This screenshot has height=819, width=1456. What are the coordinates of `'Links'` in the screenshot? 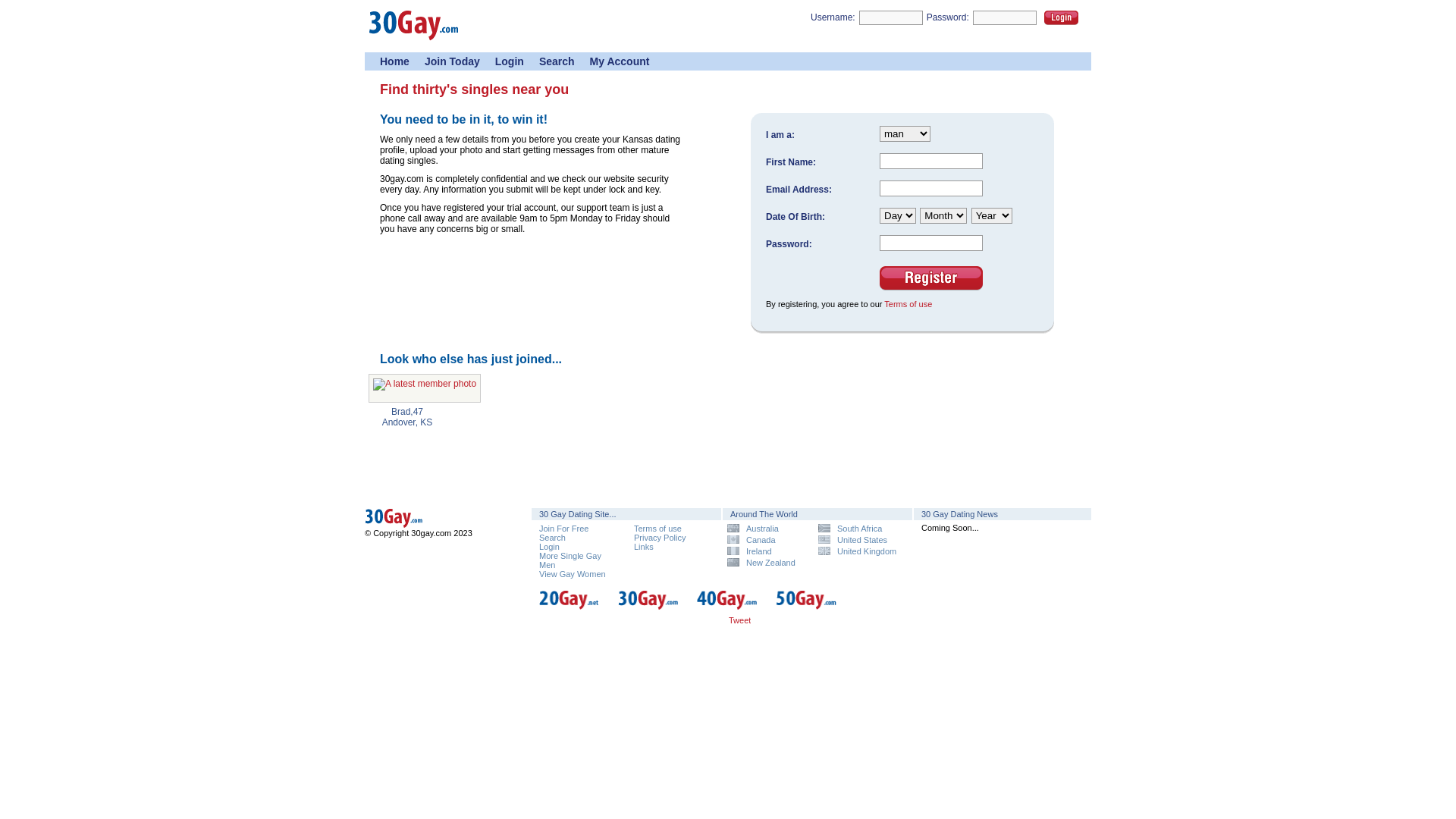 It's located at (644, 547).